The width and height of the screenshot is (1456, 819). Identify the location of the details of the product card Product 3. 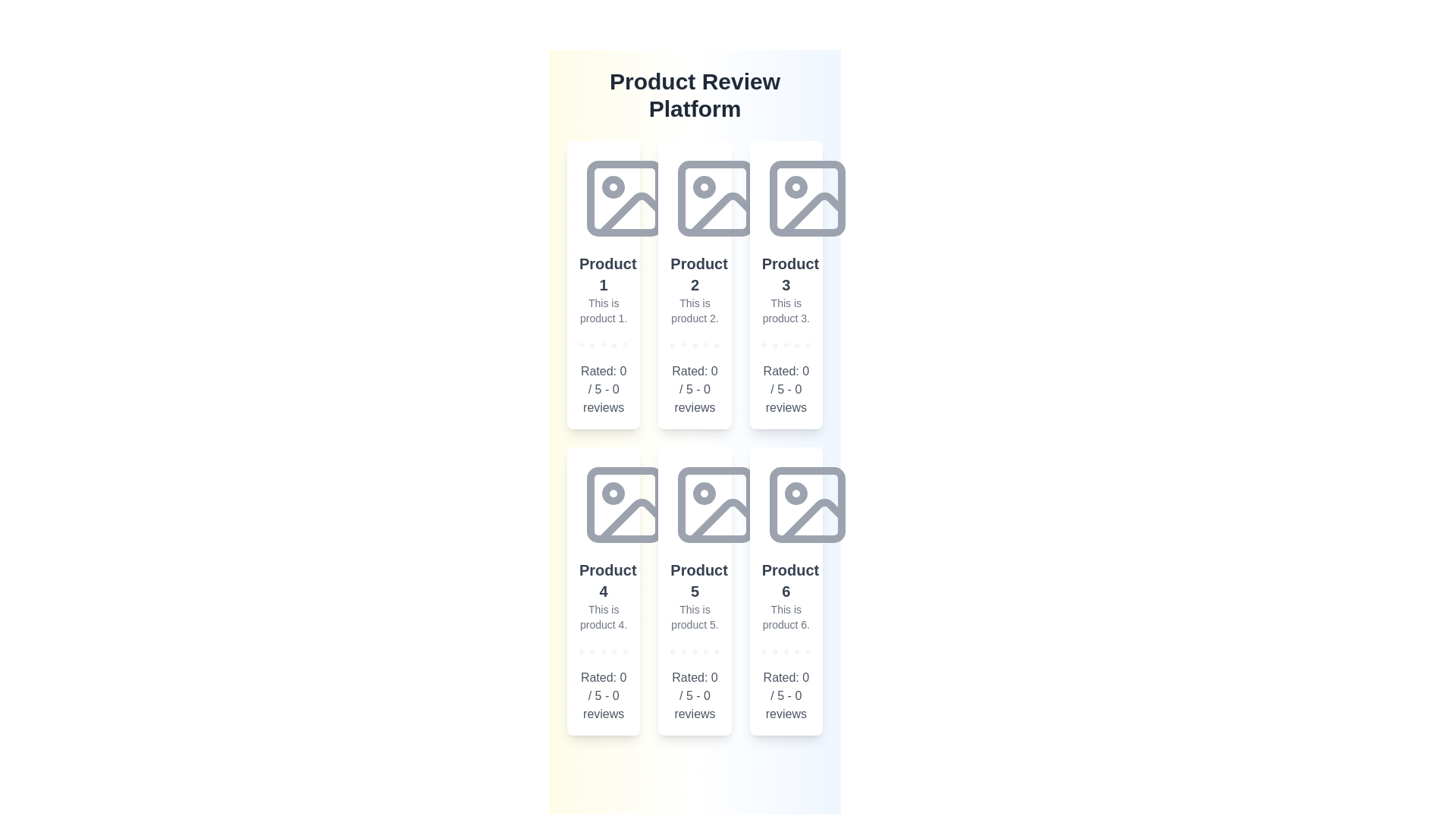
(786, 284).